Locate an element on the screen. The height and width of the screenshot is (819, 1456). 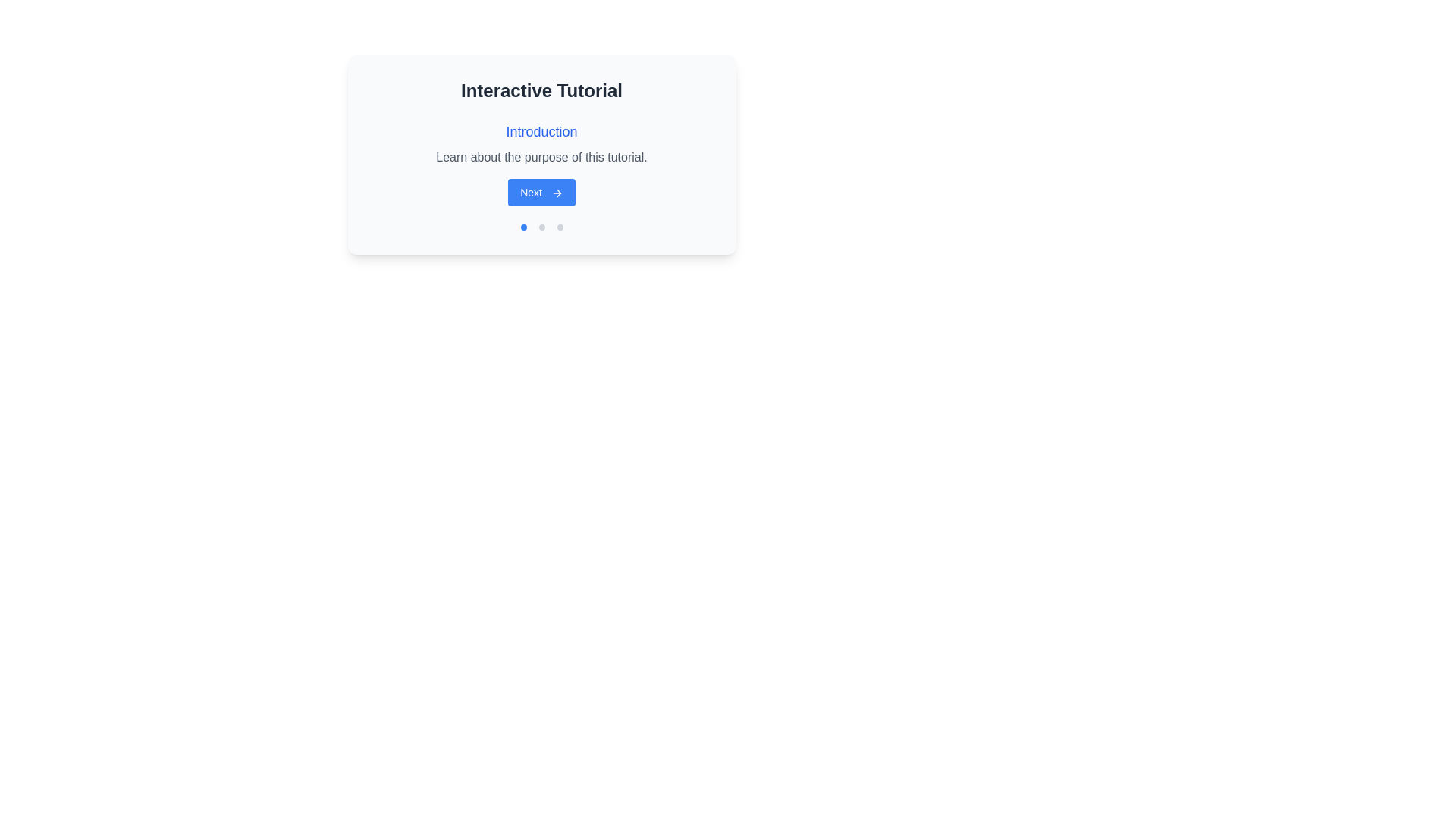
the statically styled text label that reads 'Learn about the purpose of this tutorial.' which is positioned directly below the title 'Introduction.' is located at coordinates (541, 158).